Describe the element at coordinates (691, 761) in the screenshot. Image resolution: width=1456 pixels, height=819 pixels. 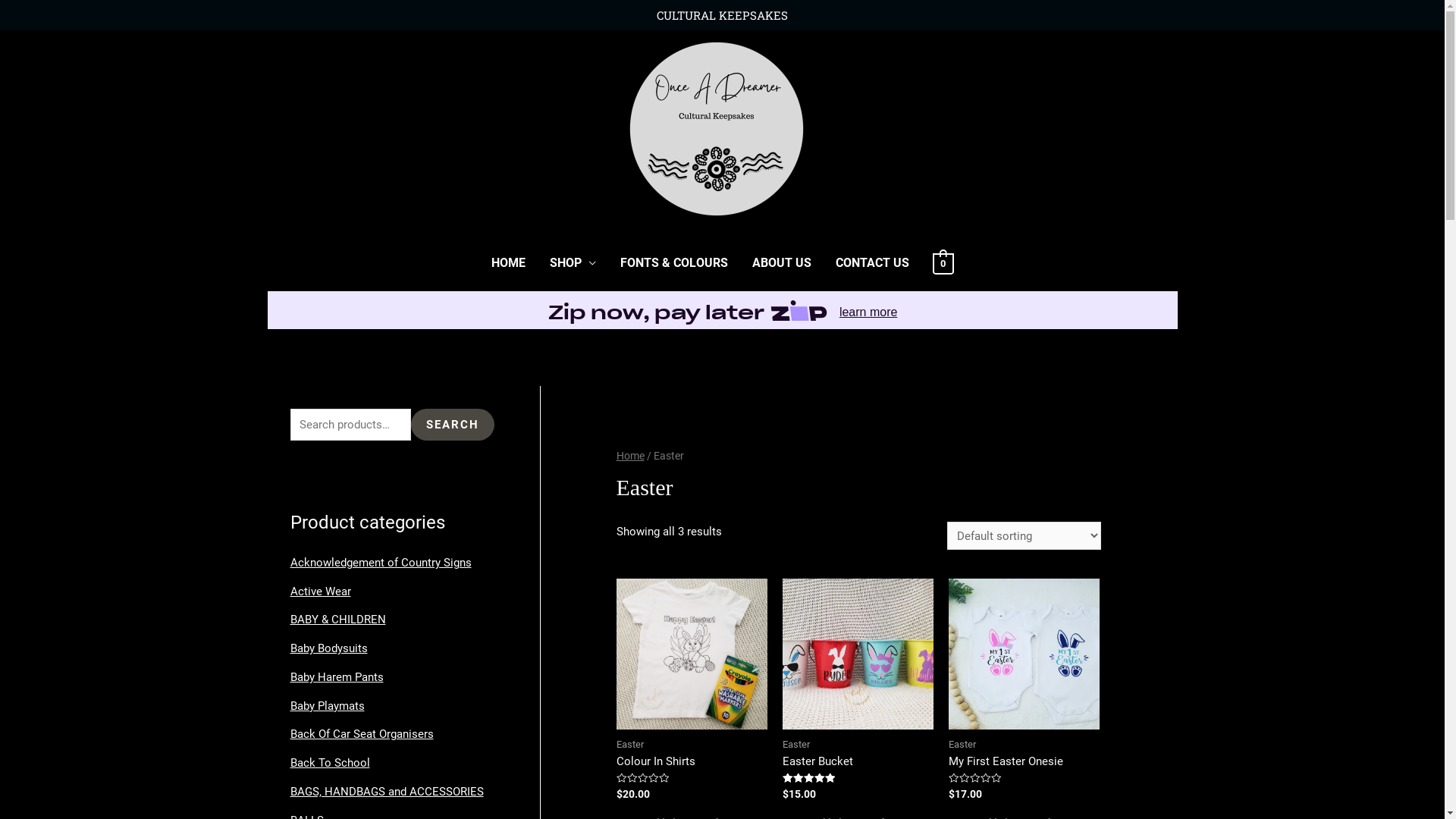
I see `'Colour In Shirts'` at that location.